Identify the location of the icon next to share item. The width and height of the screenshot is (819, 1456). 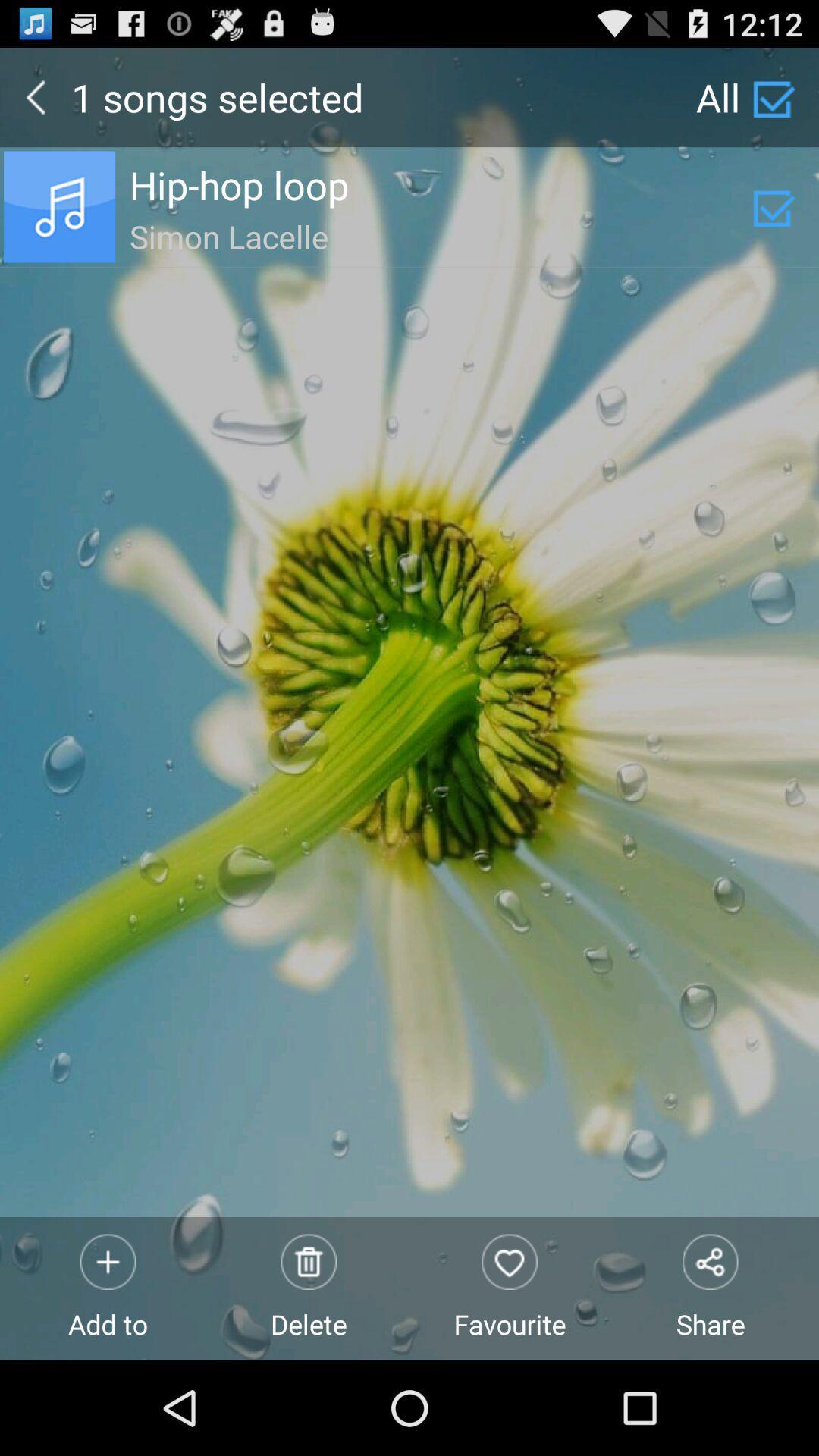
(510, 1288).